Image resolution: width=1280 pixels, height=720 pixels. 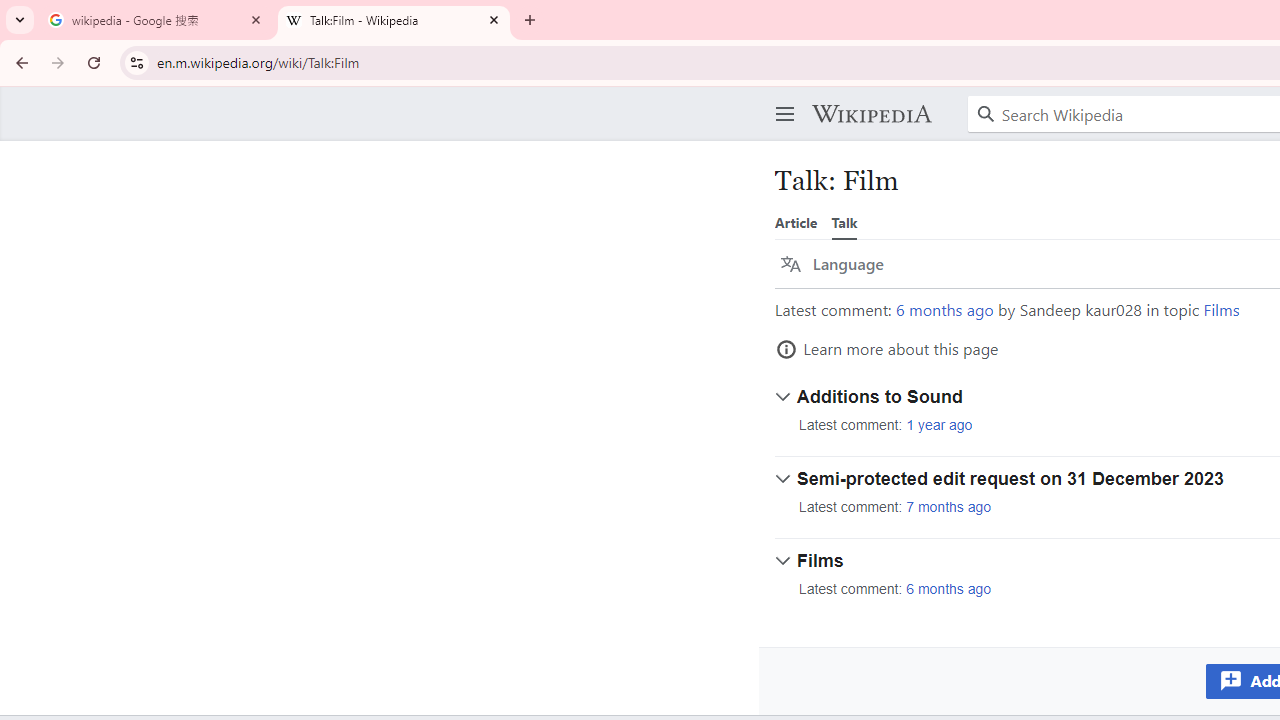 I want to click on 'Article', so click(x=795, y=222).